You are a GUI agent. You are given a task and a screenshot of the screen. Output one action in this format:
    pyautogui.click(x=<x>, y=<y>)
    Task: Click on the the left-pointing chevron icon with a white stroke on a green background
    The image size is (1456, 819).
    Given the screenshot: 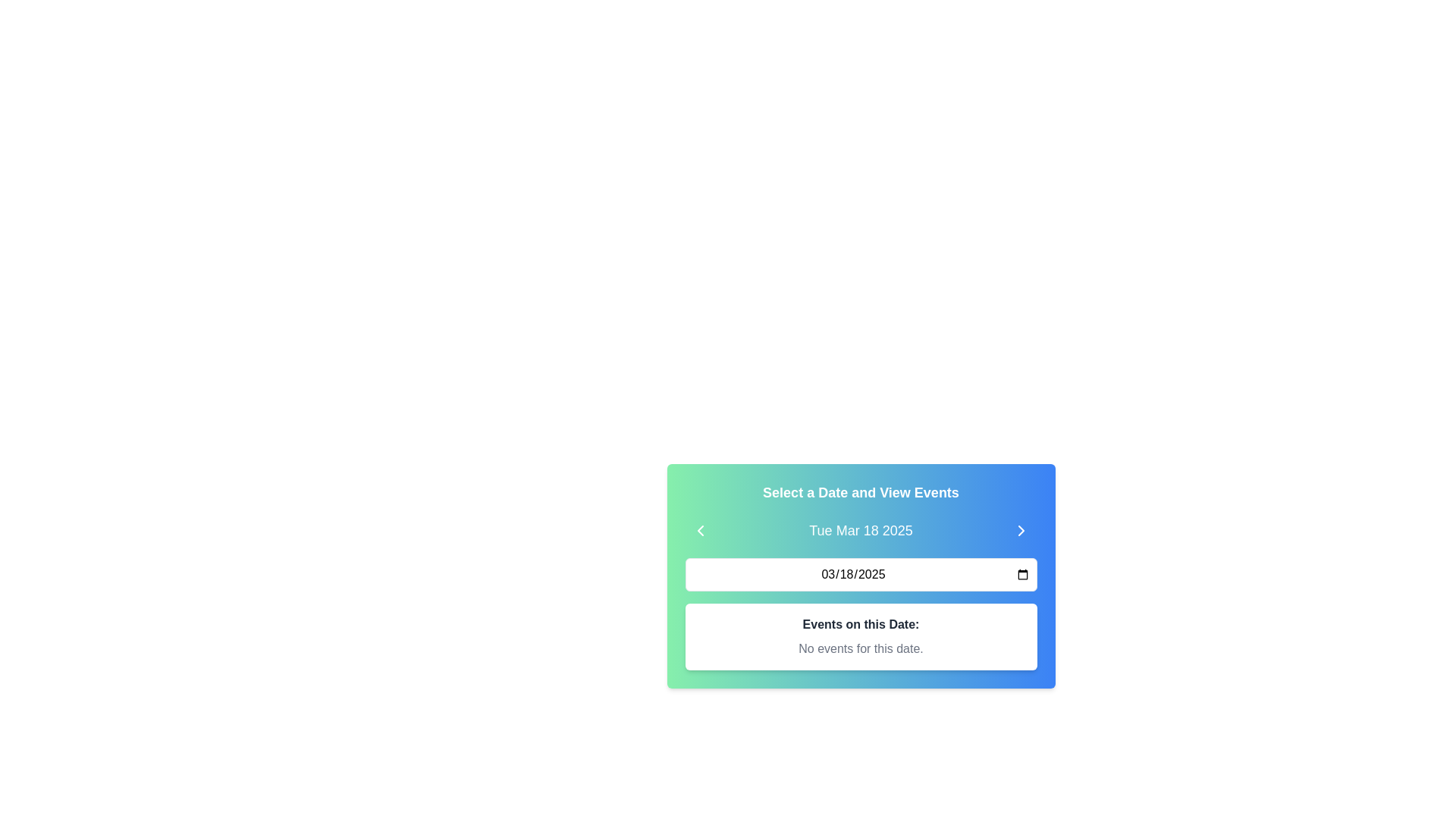 What is the action you would take?
    pyautogui.click(x=699, y=529)
    